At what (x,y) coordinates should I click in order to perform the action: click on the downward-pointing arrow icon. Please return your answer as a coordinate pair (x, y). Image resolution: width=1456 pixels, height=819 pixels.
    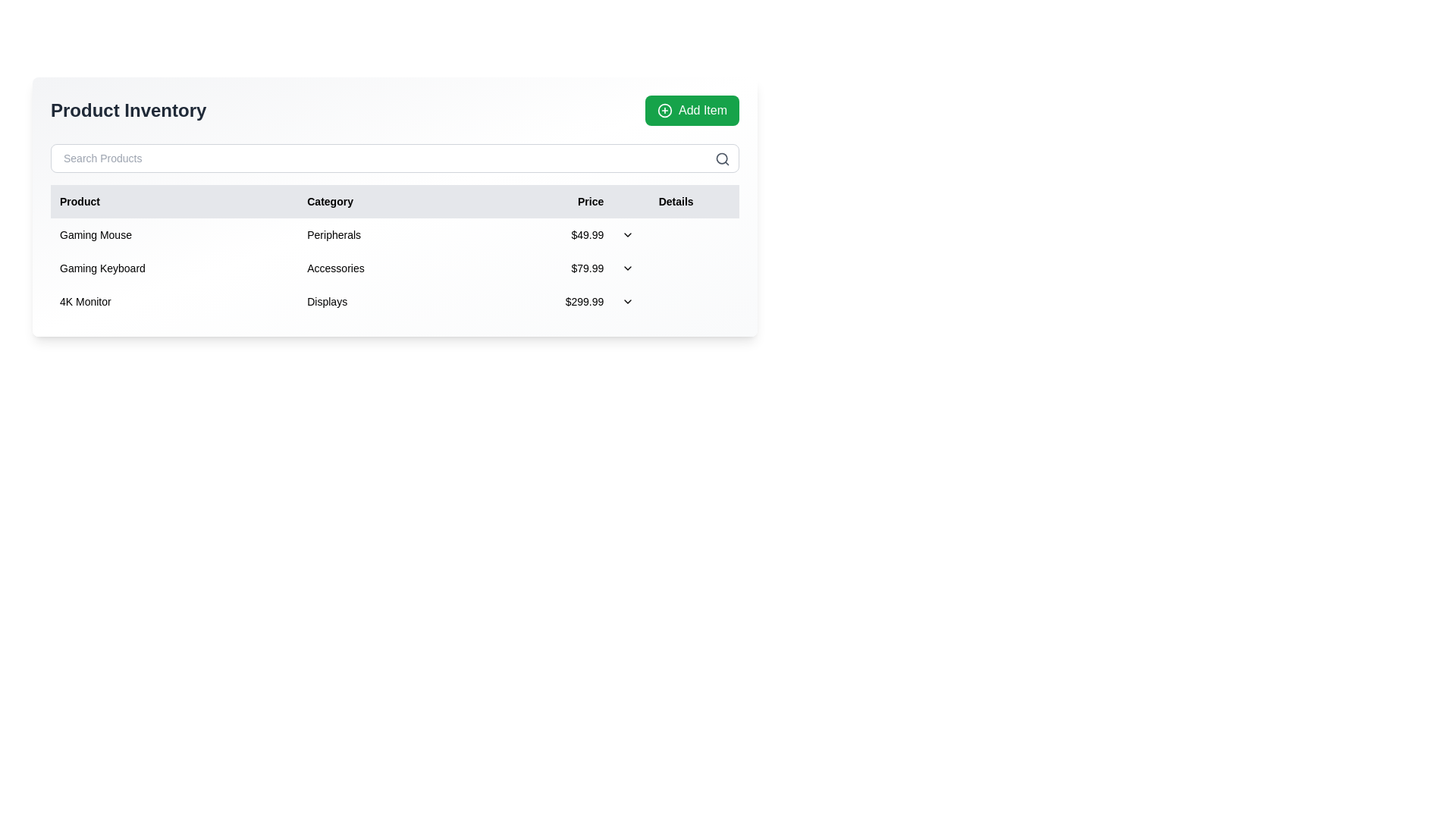
    Looking at the image, I should click on (628, 234).